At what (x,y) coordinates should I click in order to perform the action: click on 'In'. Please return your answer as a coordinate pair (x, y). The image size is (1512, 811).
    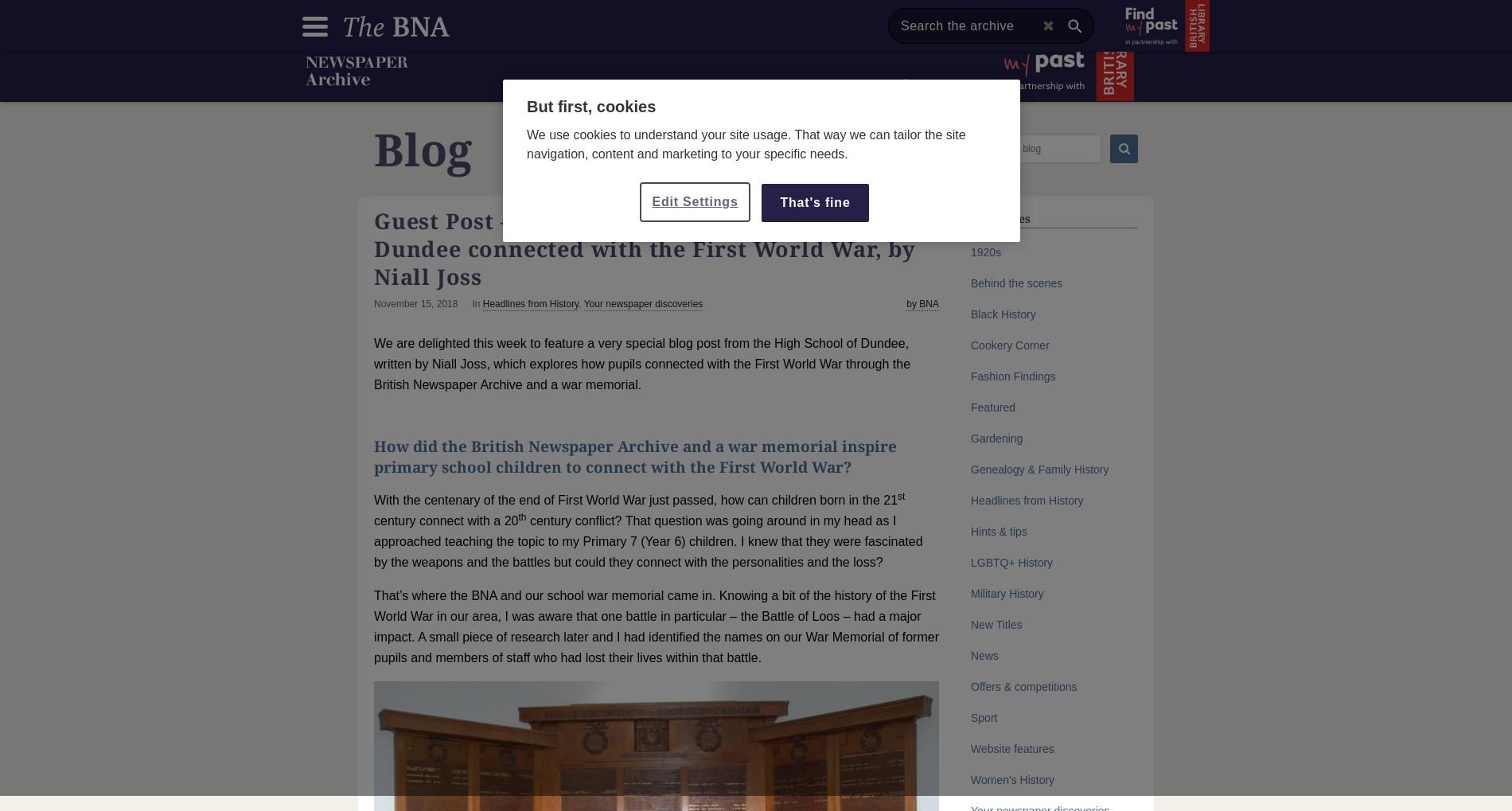
    Looking at the image, I should click on (477, 303).